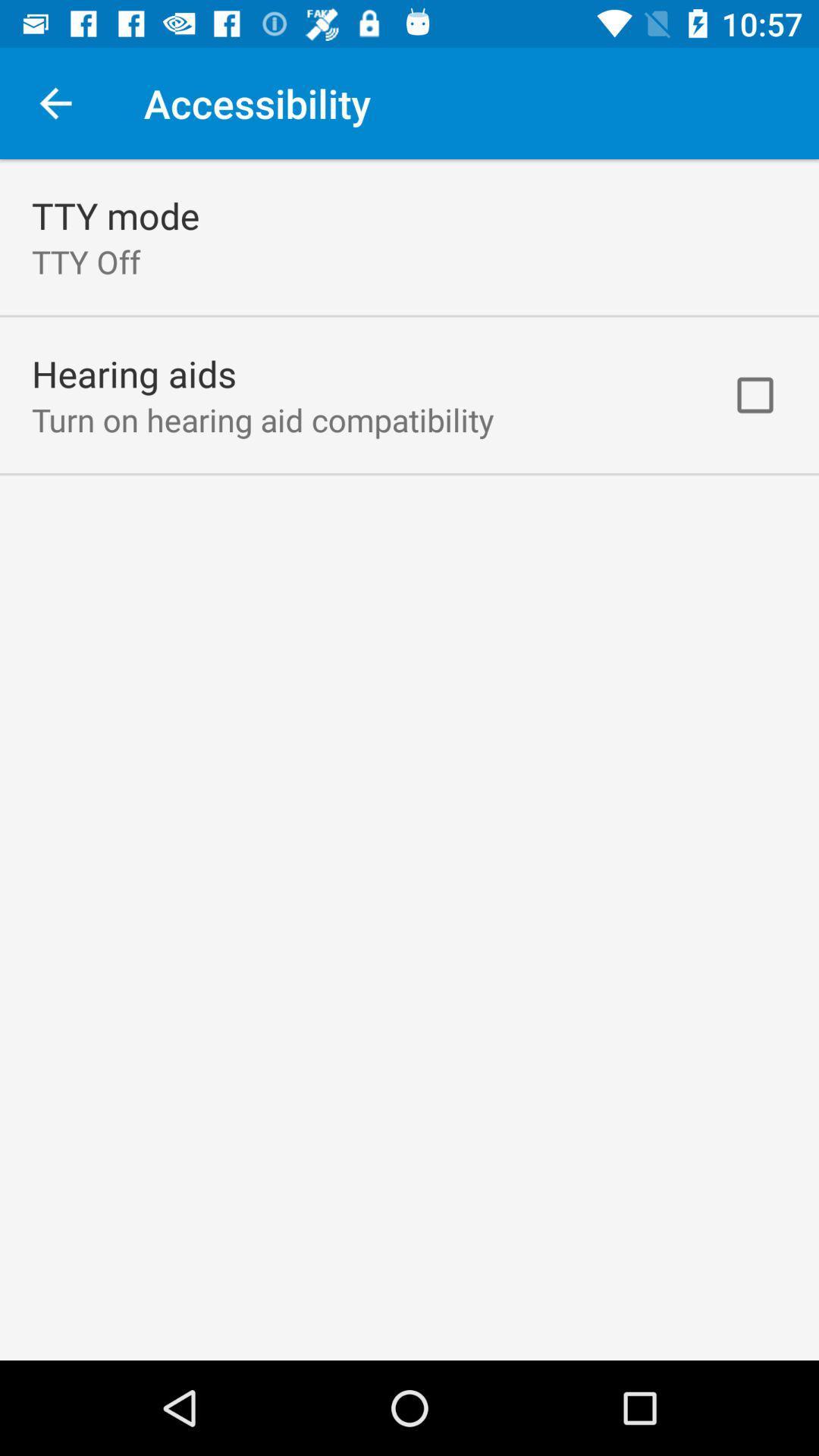 This screenshot has height=1456, width=819. Describe the element at coordinates (133, 373) in the screenshot. I see `hearing aids app` at that location.